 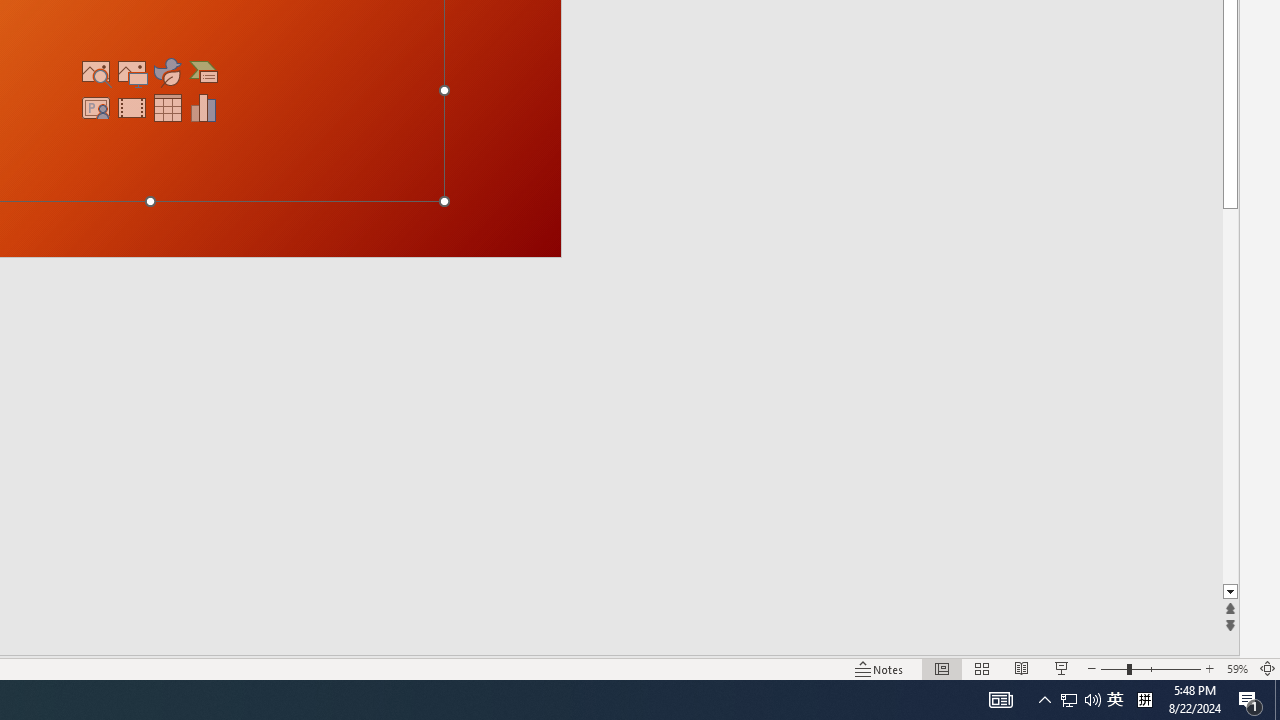 What do you see at coordinates (1236, 669) in the screenshot?
I see `'Zoom 59%'` at bounding box center [1236, 669].